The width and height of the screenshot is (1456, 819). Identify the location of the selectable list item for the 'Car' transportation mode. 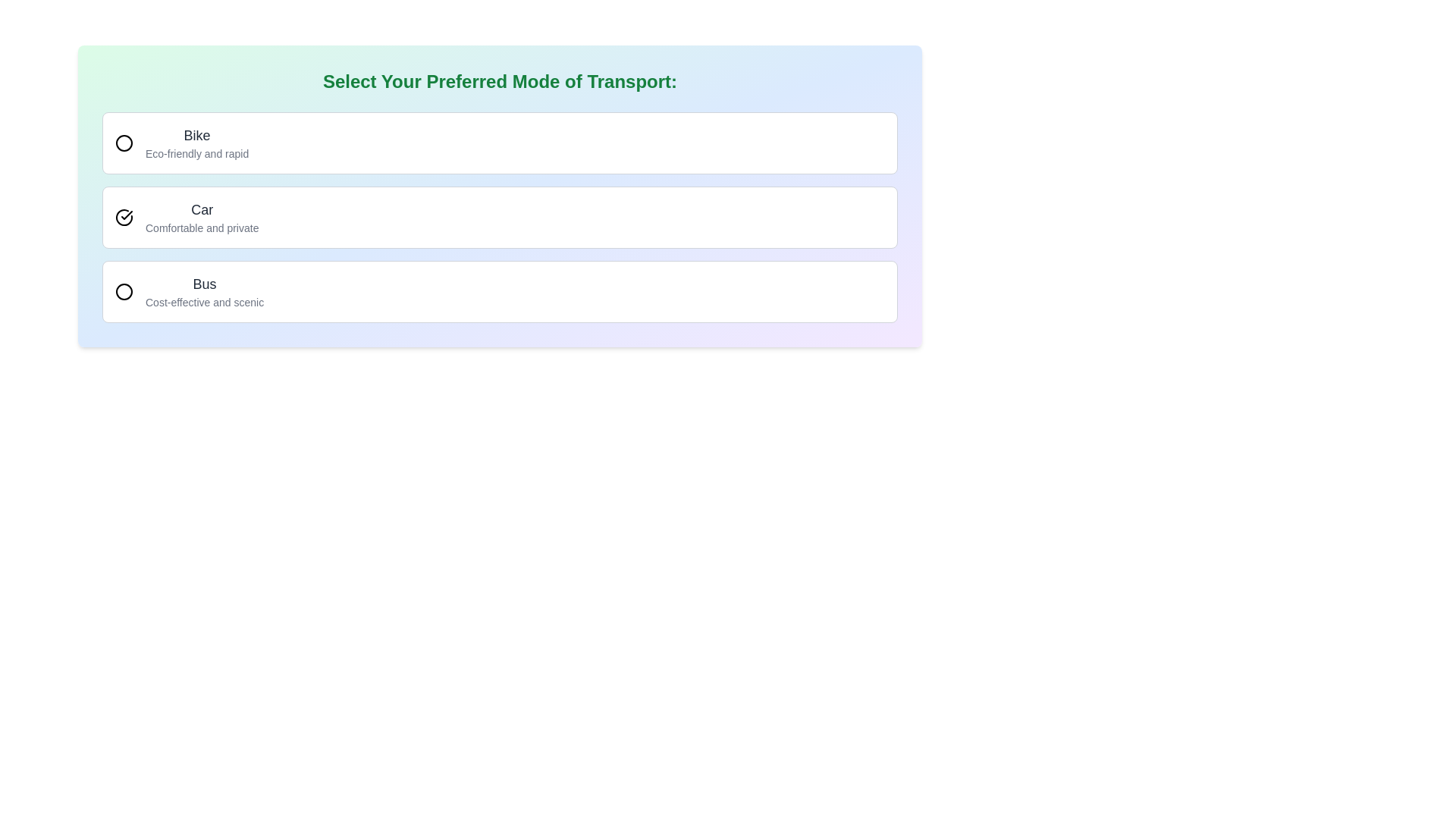
(500, 217).